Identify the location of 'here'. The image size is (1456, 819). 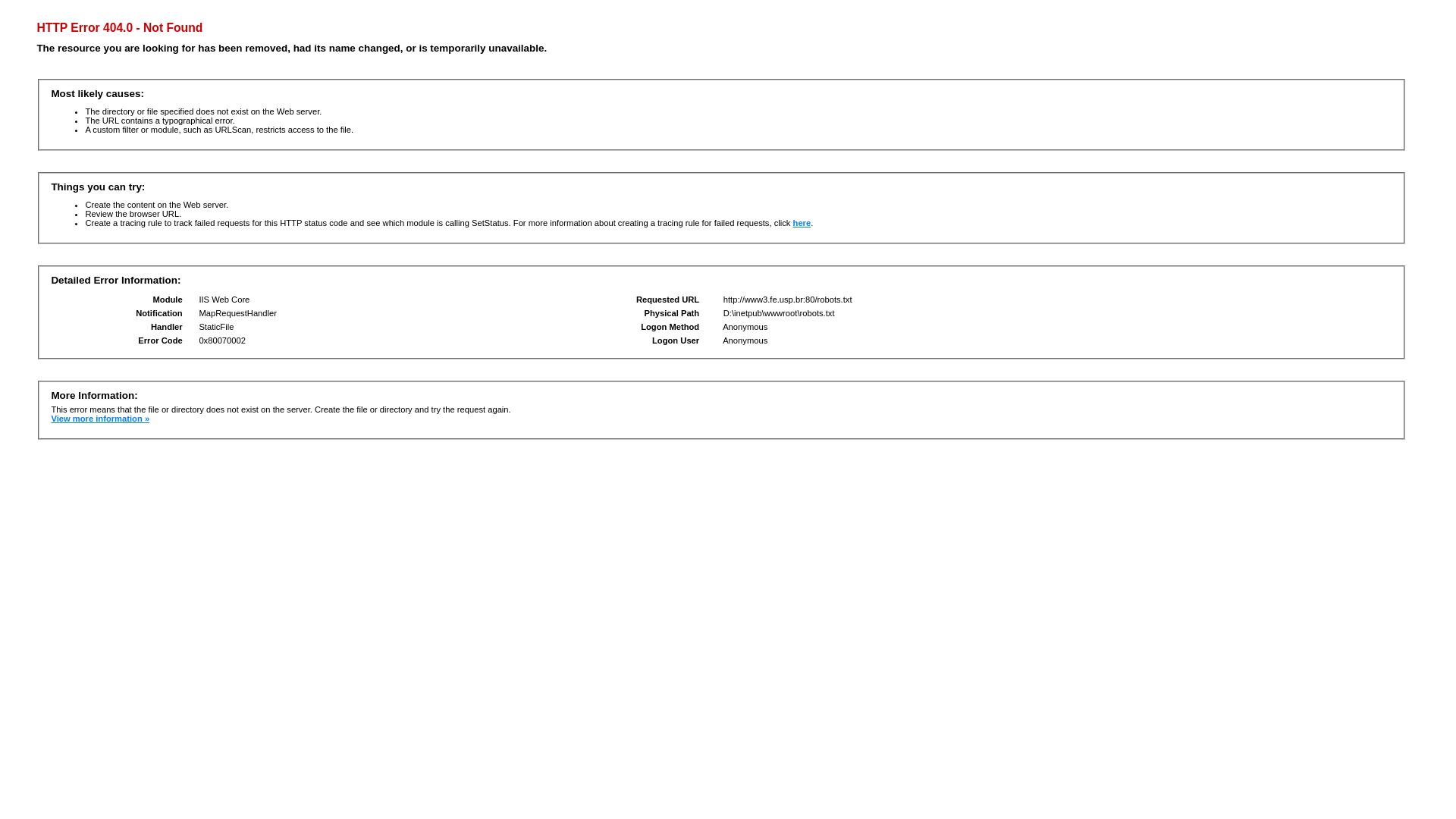
(801, 222).